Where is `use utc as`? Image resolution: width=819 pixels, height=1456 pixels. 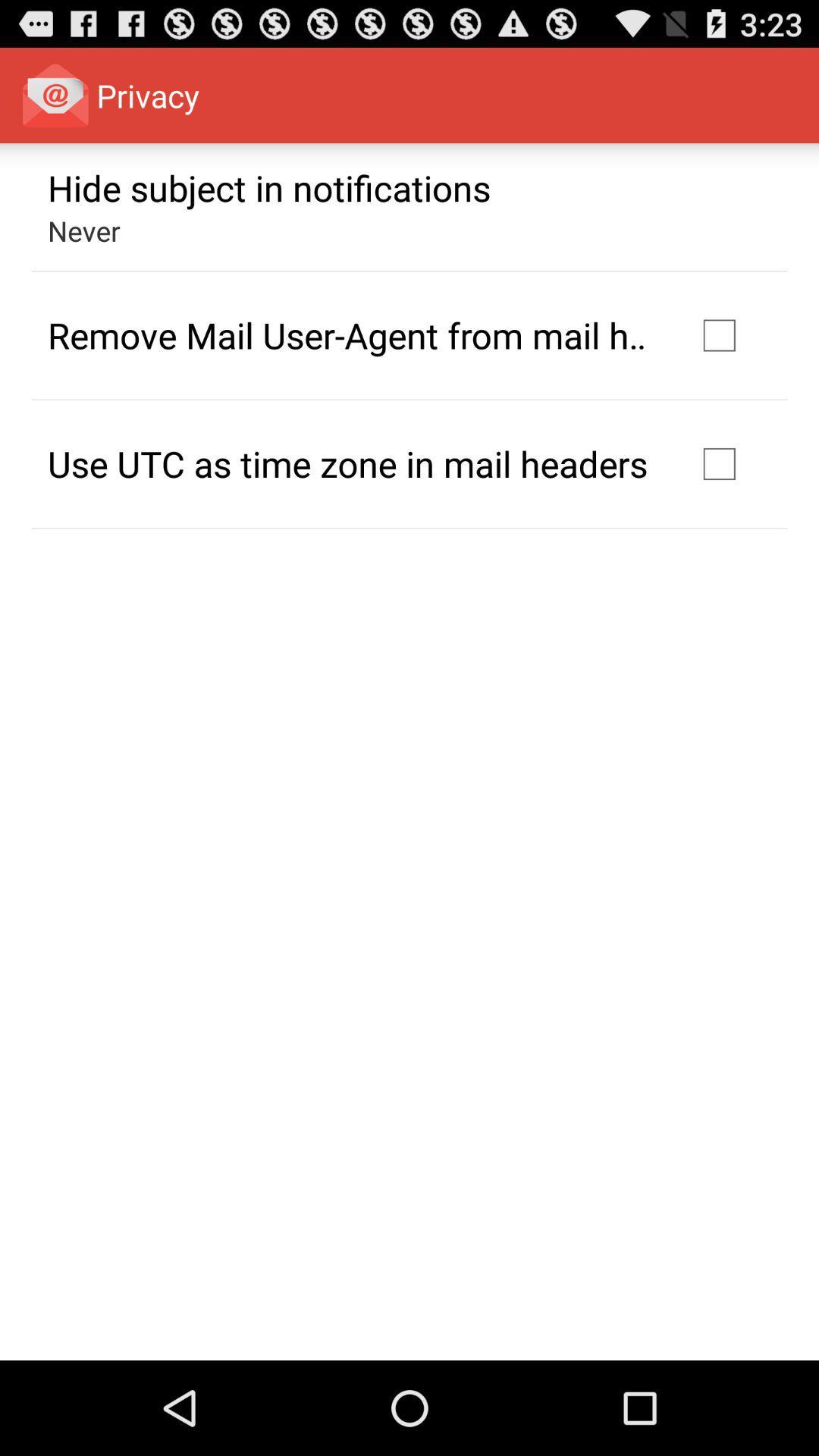 use utc as is located at coordinates (347, 463).